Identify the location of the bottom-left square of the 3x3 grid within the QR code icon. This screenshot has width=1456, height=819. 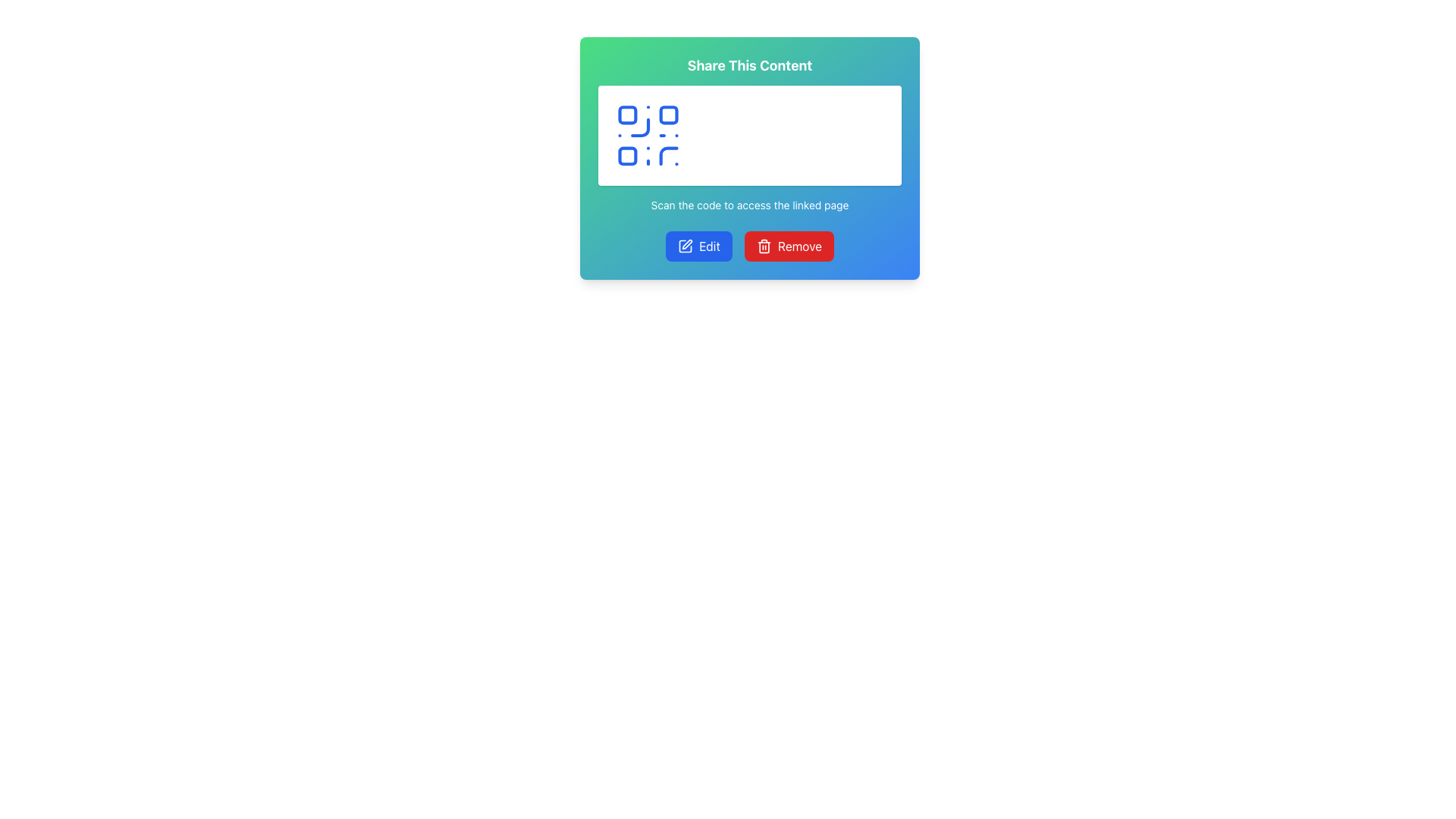
(627, 156).